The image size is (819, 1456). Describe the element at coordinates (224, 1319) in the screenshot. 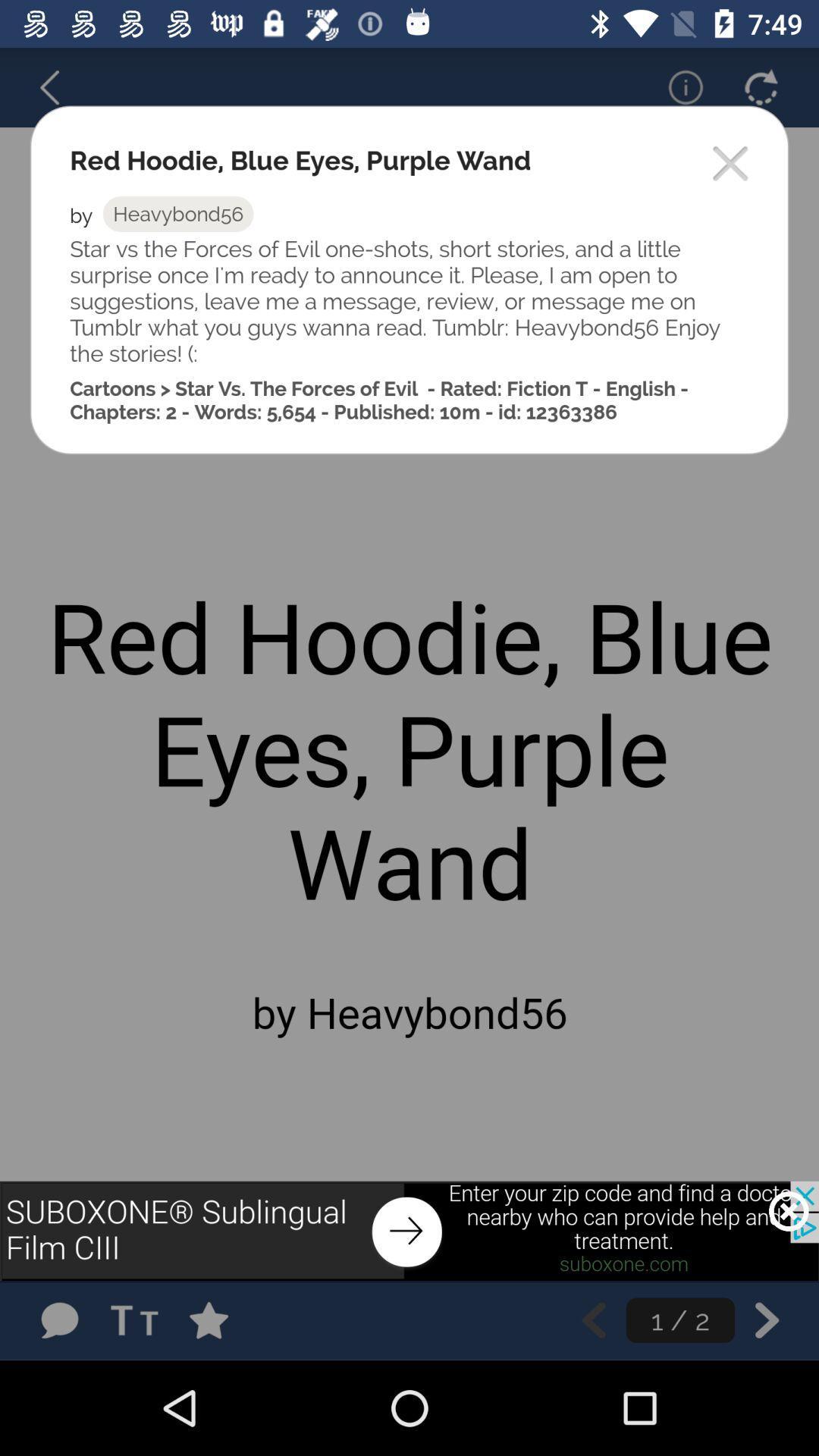

I see `this page to your favourites` at that location.